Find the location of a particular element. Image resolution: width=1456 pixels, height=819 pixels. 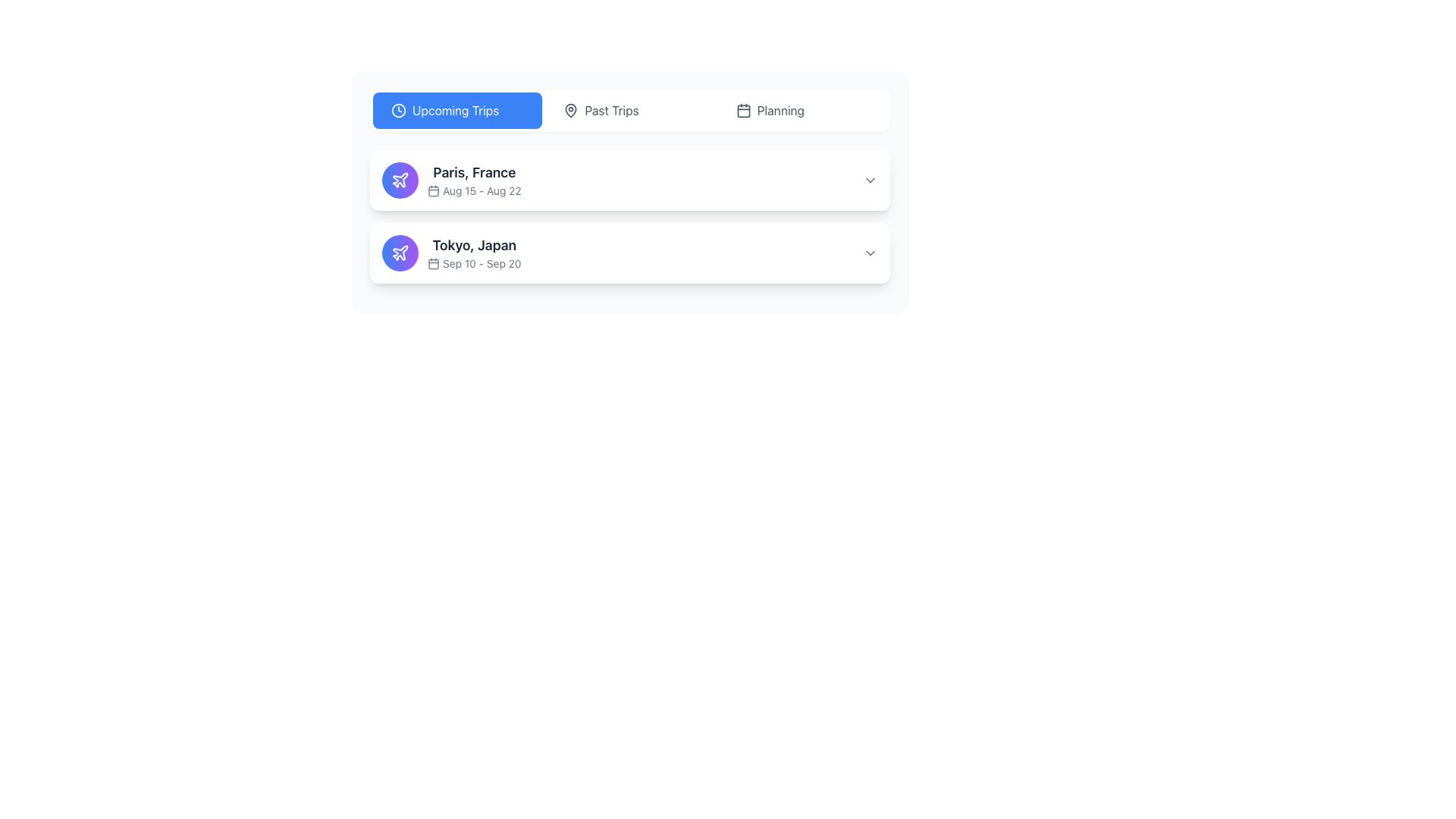

the circular outline element within the clock icon located in the 'Upcoming Trips' tab is located at coordinates (399, 110).